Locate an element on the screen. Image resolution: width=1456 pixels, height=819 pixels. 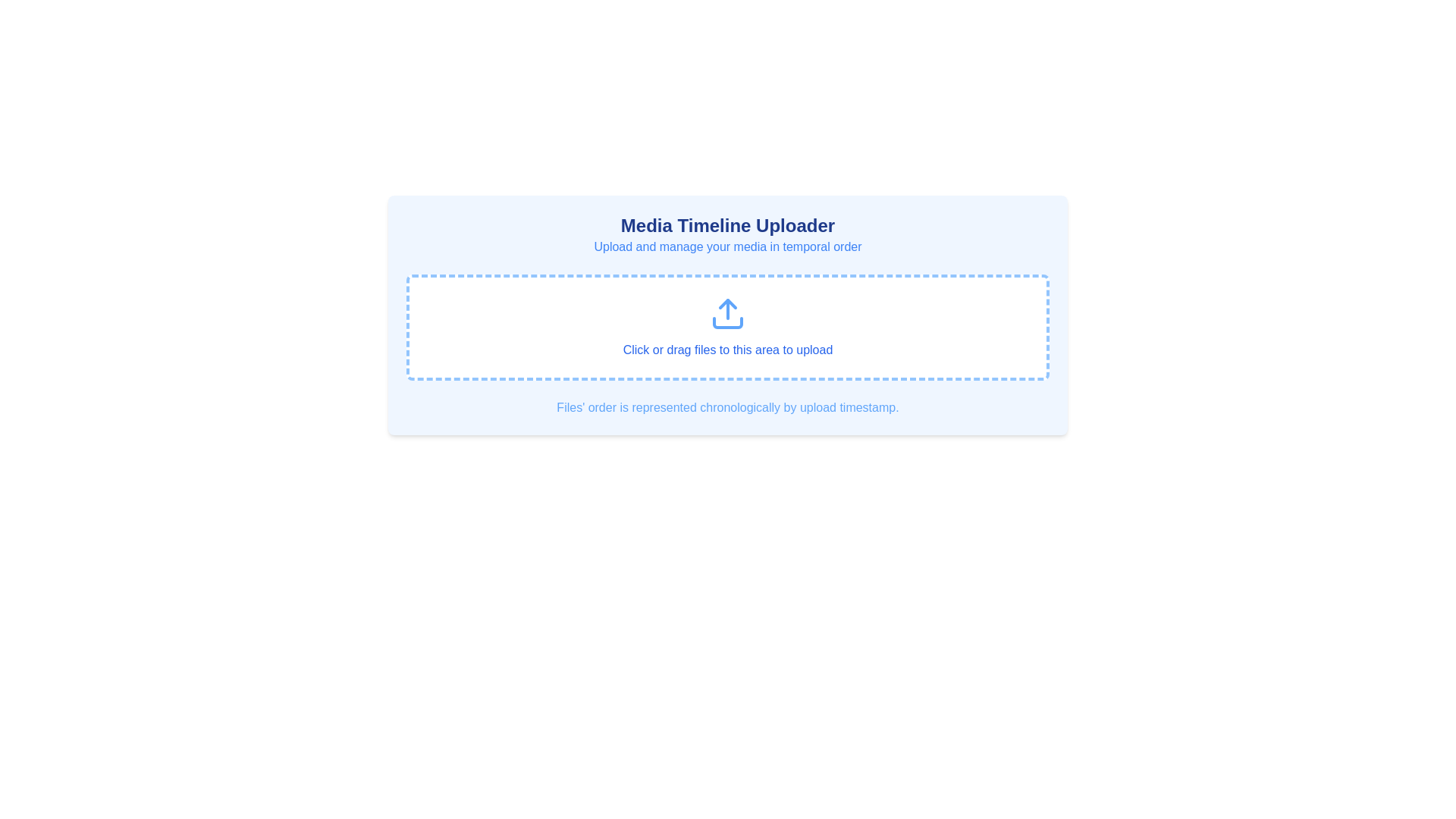
the SVG graphic element representing the upward motion typical of upload symbols, which serves as a visual cue for users regarding the upload functionality is located at coordinates (728, 304).